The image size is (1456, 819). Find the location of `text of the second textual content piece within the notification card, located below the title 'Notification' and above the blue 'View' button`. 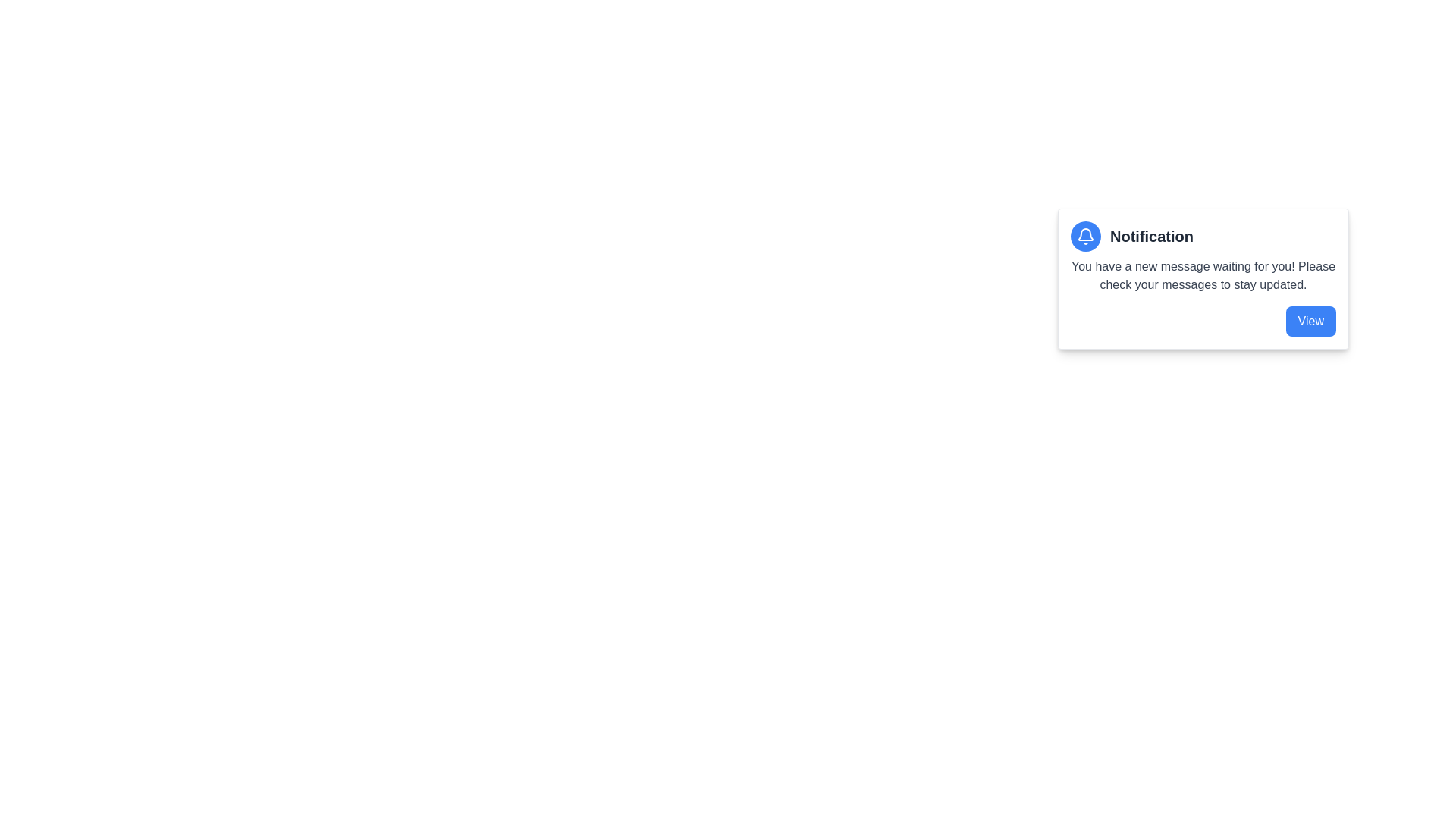

text of the second textual content piece within the notification card, located below the title 'Notification' and above the blue 'View' button is located at coordinates (1203, 275).